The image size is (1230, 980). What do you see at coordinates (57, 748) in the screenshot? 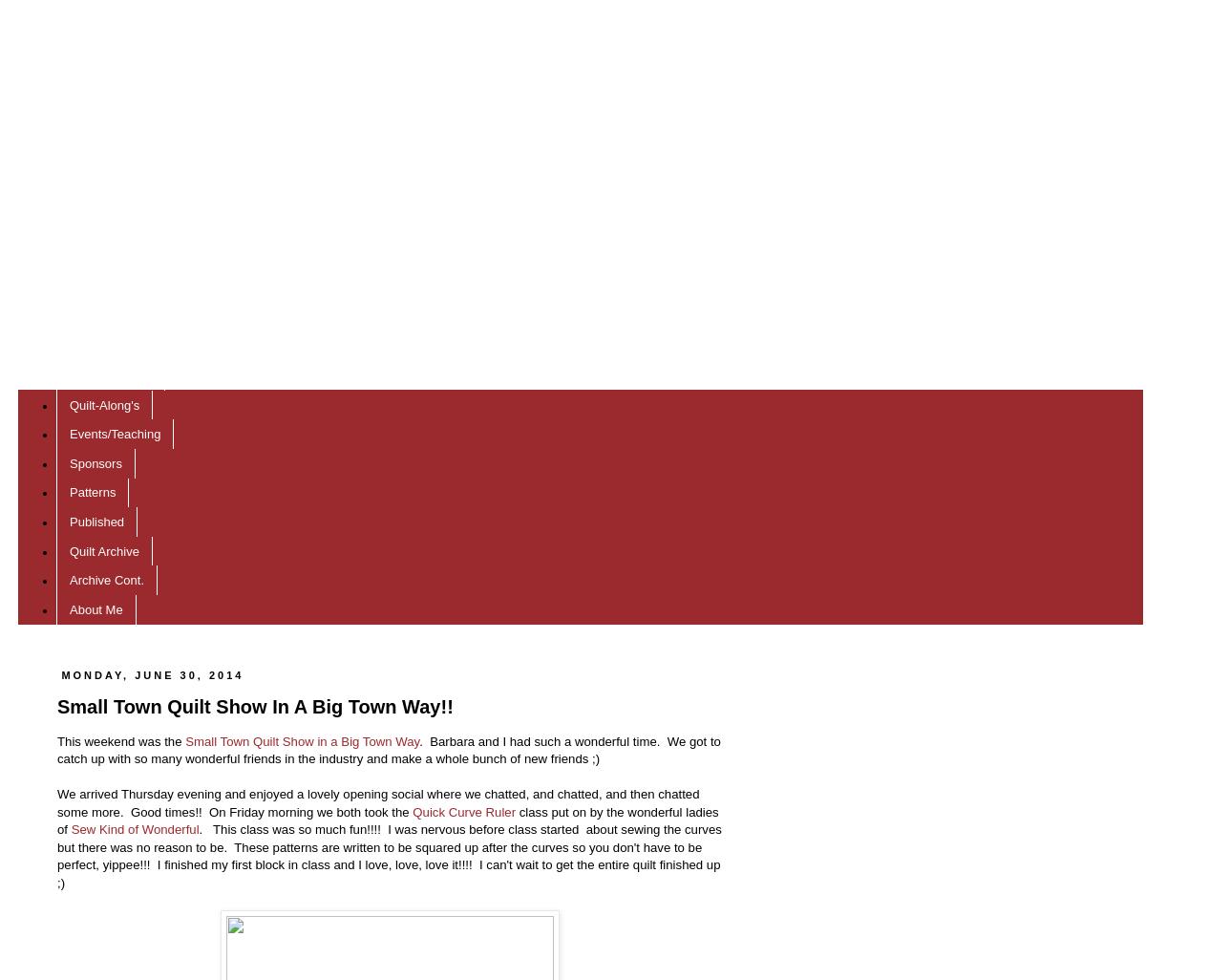
I see `'.  Barbara and I had such a wonderful time.  We got to catch up with so many wonderful friends in the industry and make a whole bunch of new friends ;)'` at bounding box center [57, 748].